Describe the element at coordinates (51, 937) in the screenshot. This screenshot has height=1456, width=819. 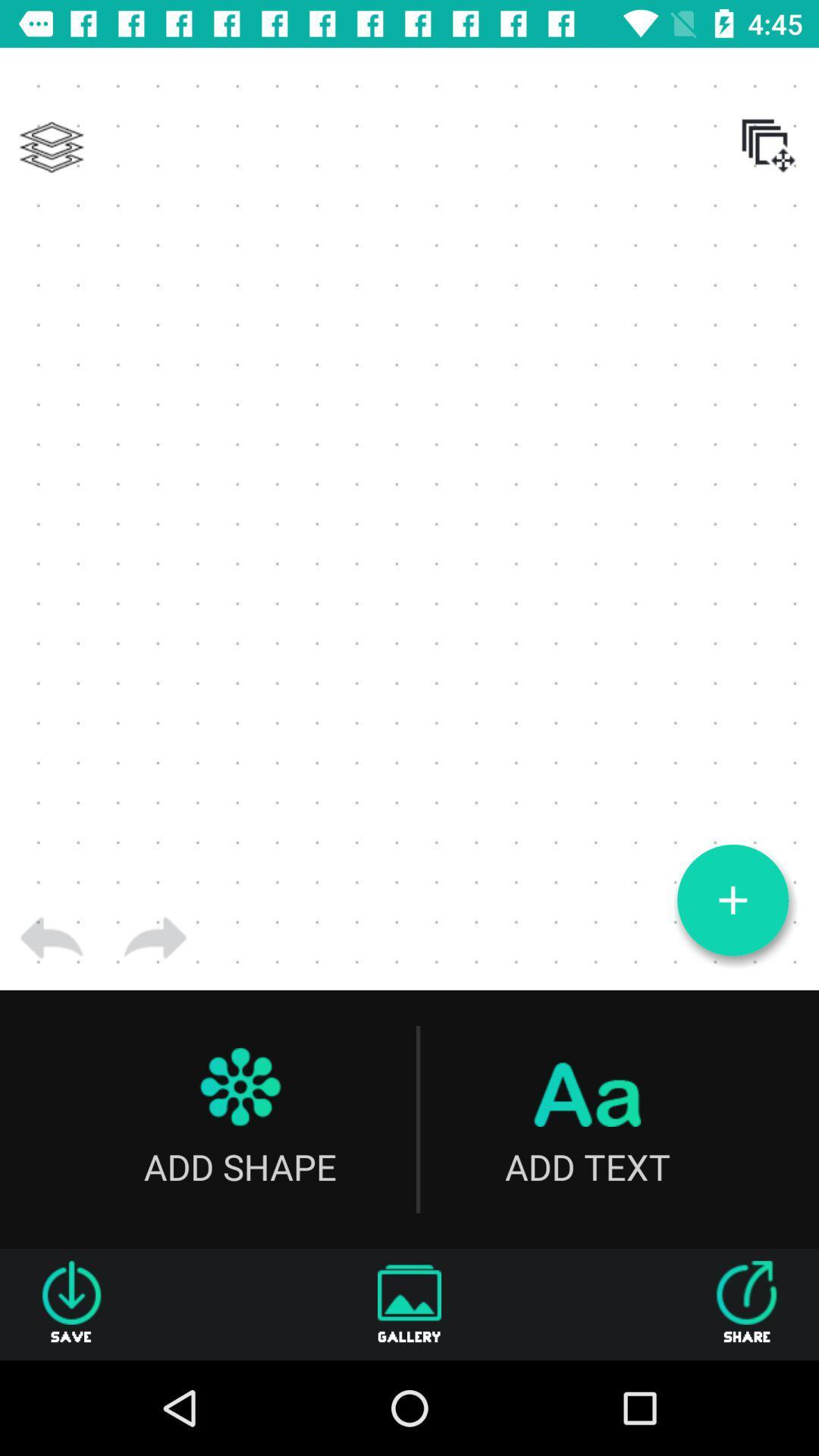
I see `the item above save item` at that location.